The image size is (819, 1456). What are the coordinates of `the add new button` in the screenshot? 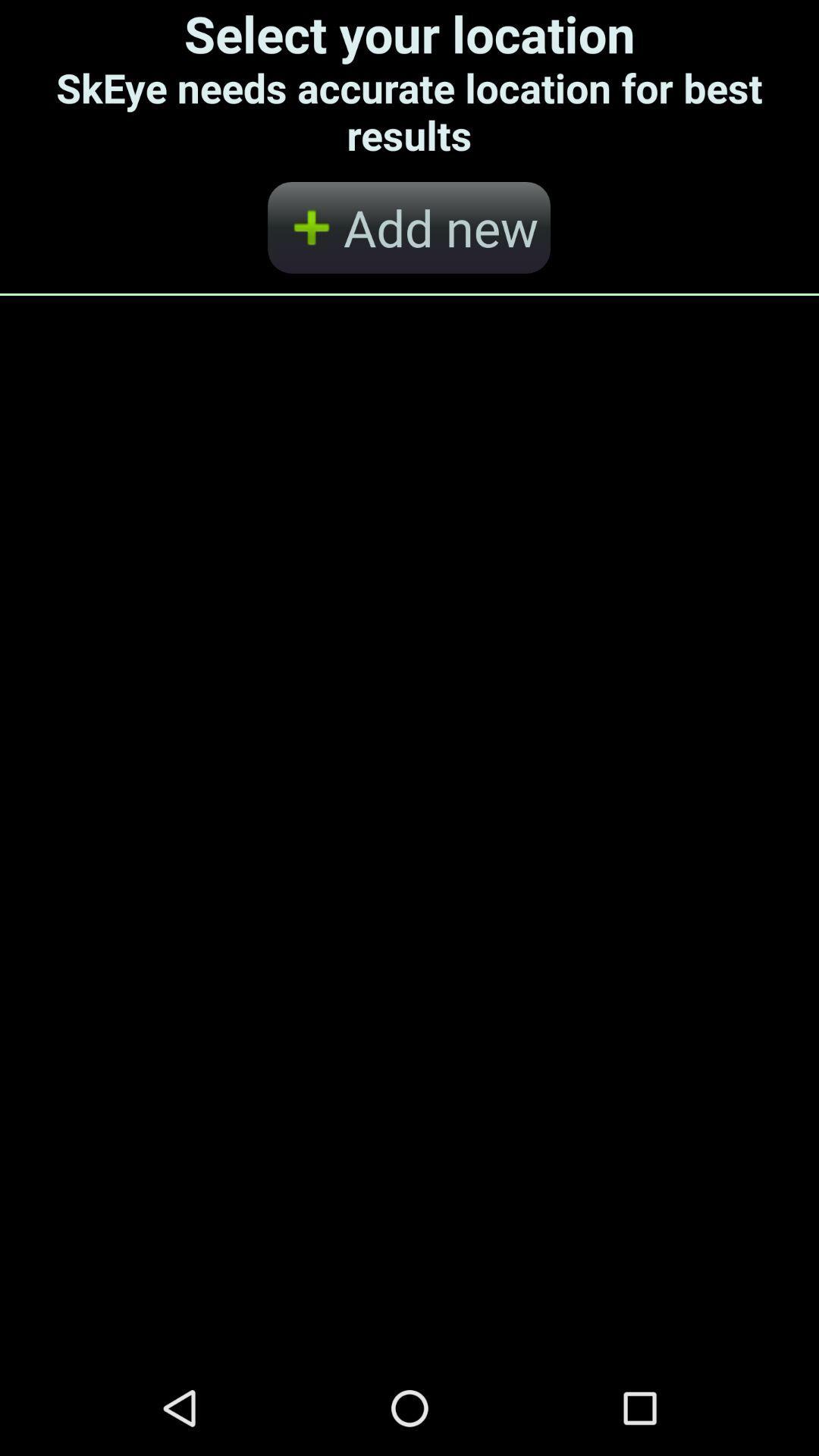 It's located at (408, 227).